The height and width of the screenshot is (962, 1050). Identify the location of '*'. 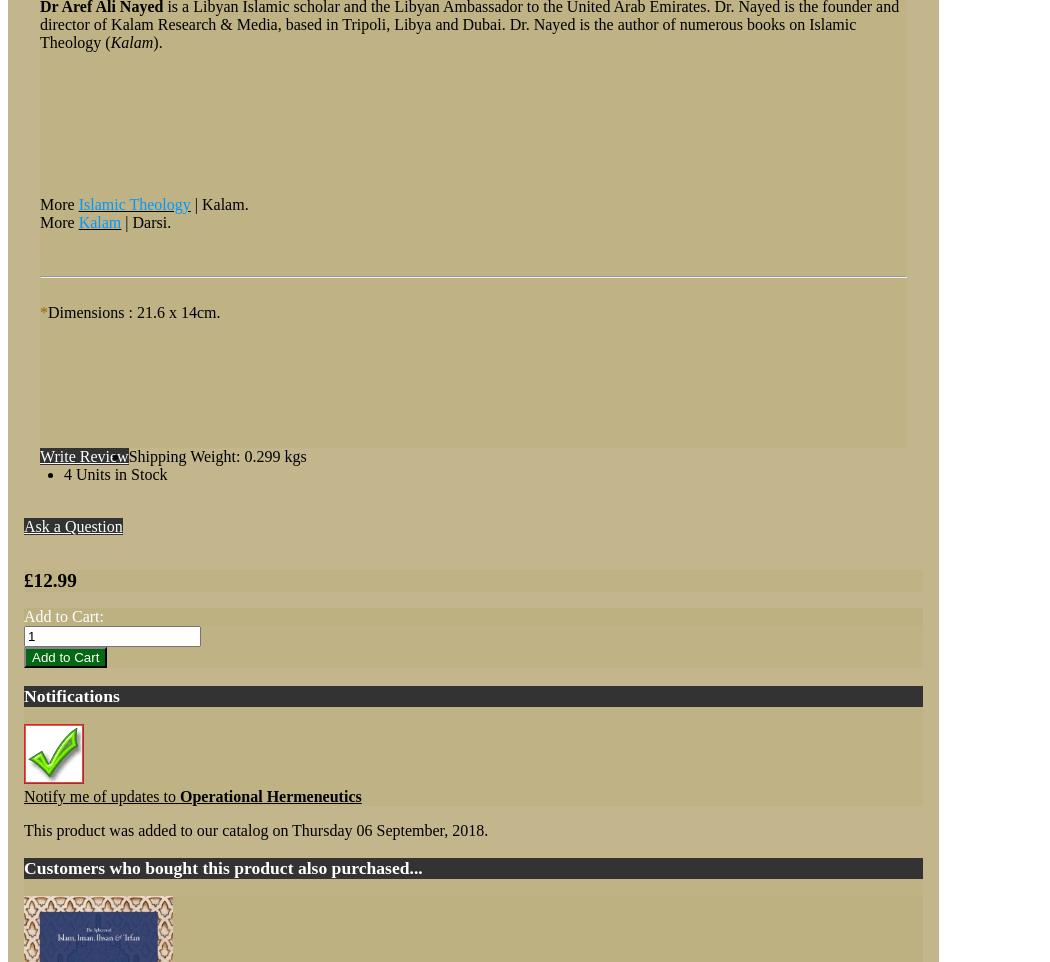
(42, 311).